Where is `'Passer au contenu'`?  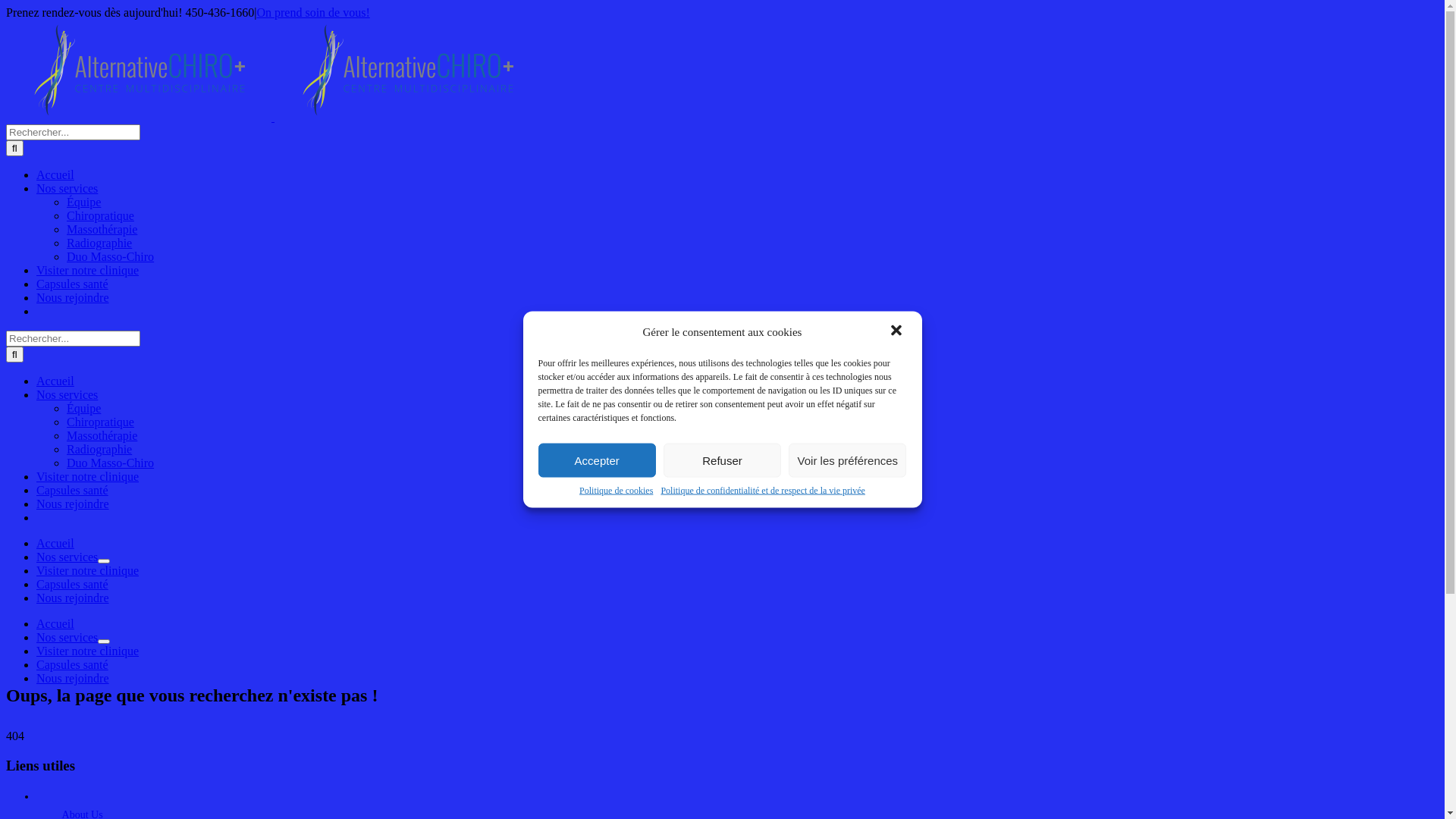
'Passer au contenu' is located at coordinates (5, 5).